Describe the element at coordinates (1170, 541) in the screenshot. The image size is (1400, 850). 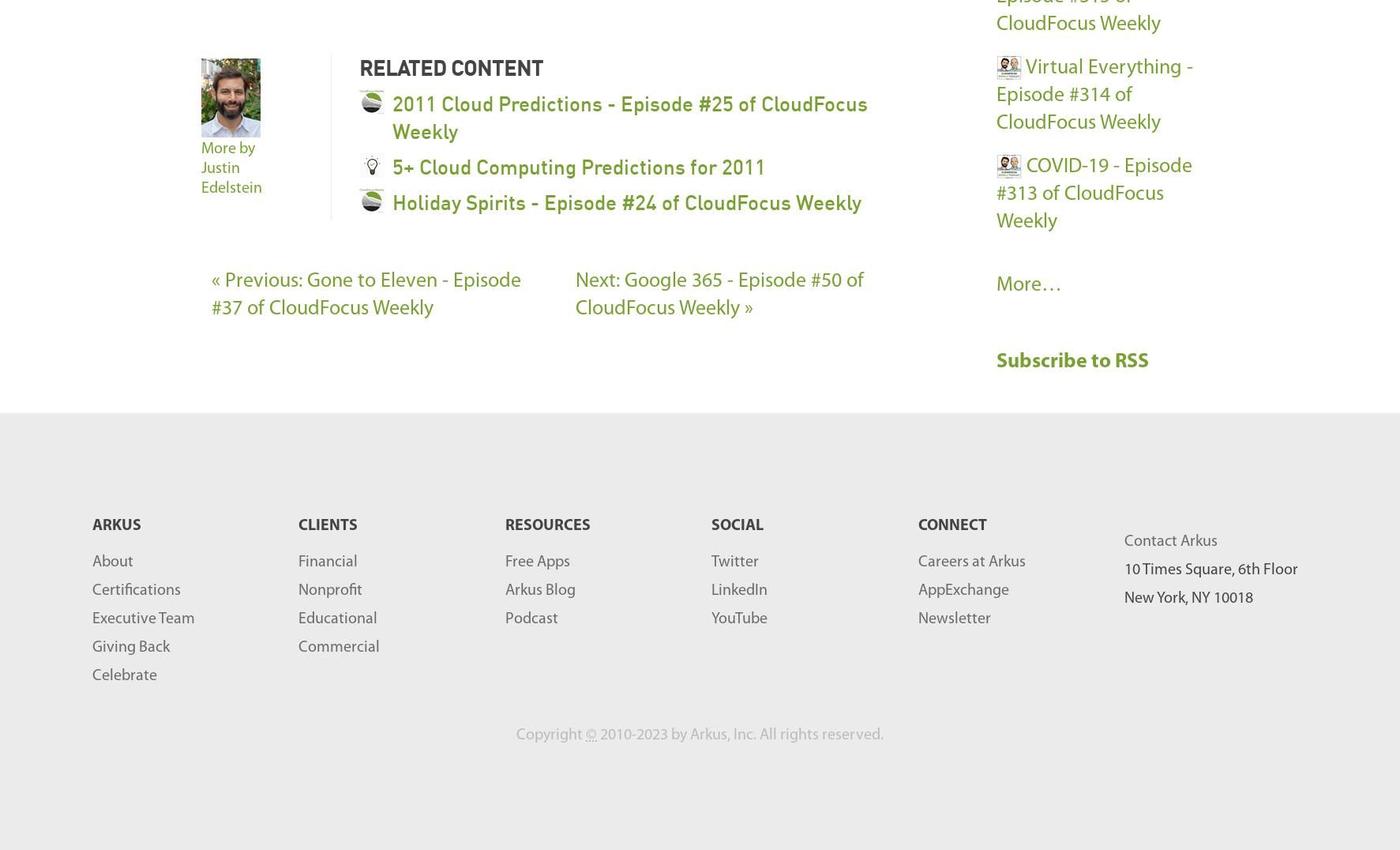
I see `'Contact Arkus'` at that location.